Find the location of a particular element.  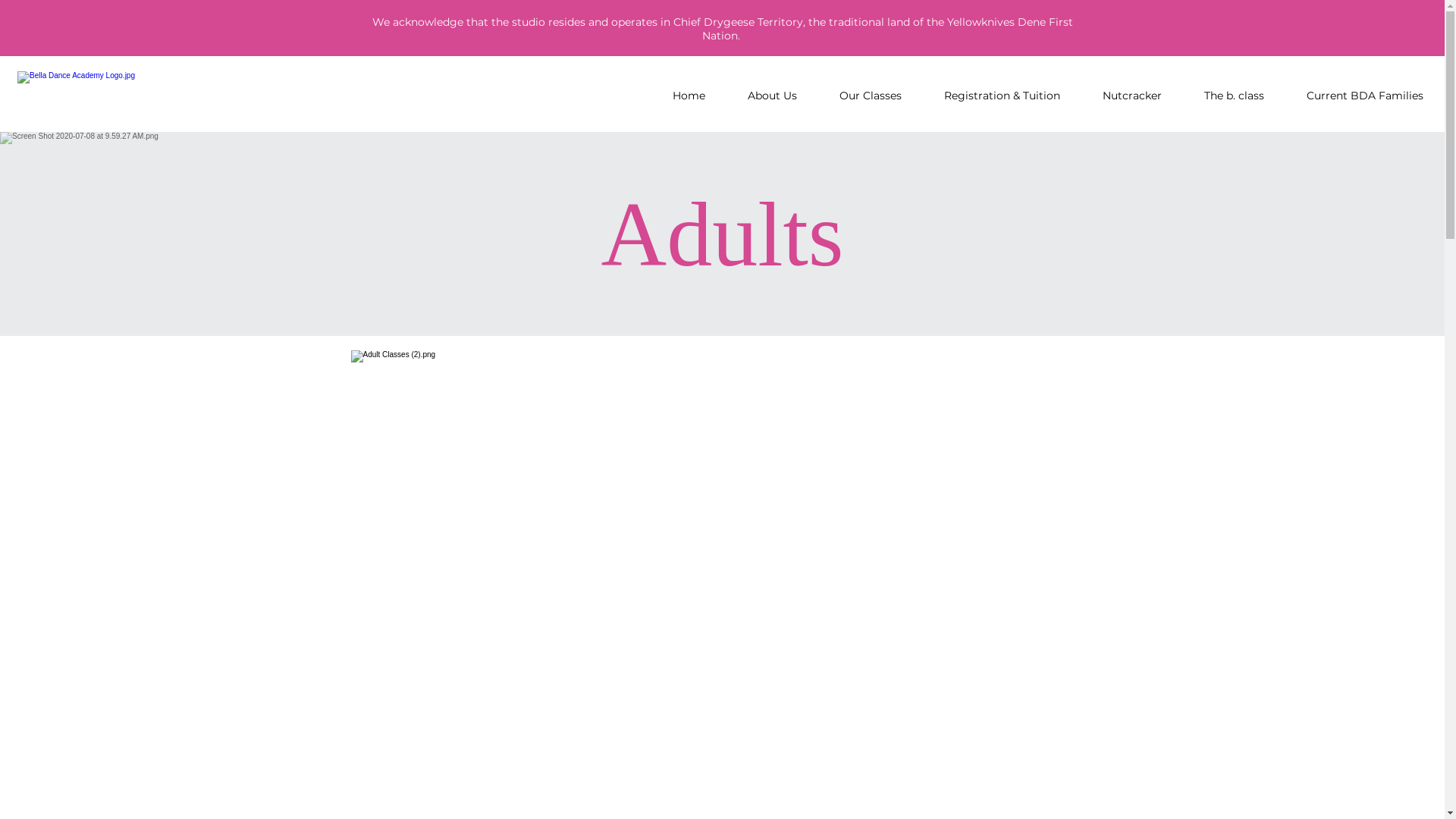

'About Us' is located at coordinates (772, 96).